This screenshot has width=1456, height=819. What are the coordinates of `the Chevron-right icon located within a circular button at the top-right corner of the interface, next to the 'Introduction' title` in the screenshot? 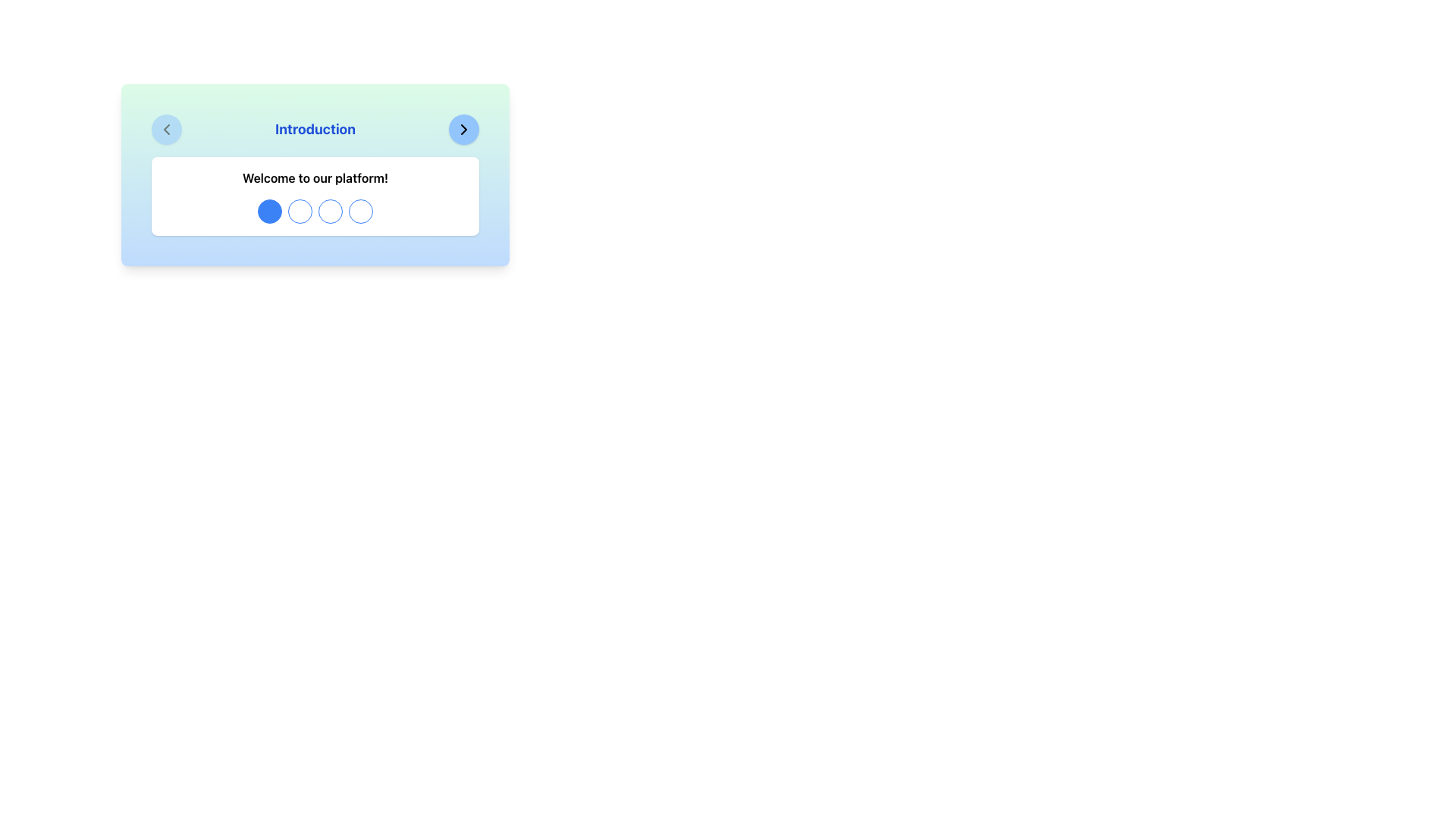 It's located at (463, 128).